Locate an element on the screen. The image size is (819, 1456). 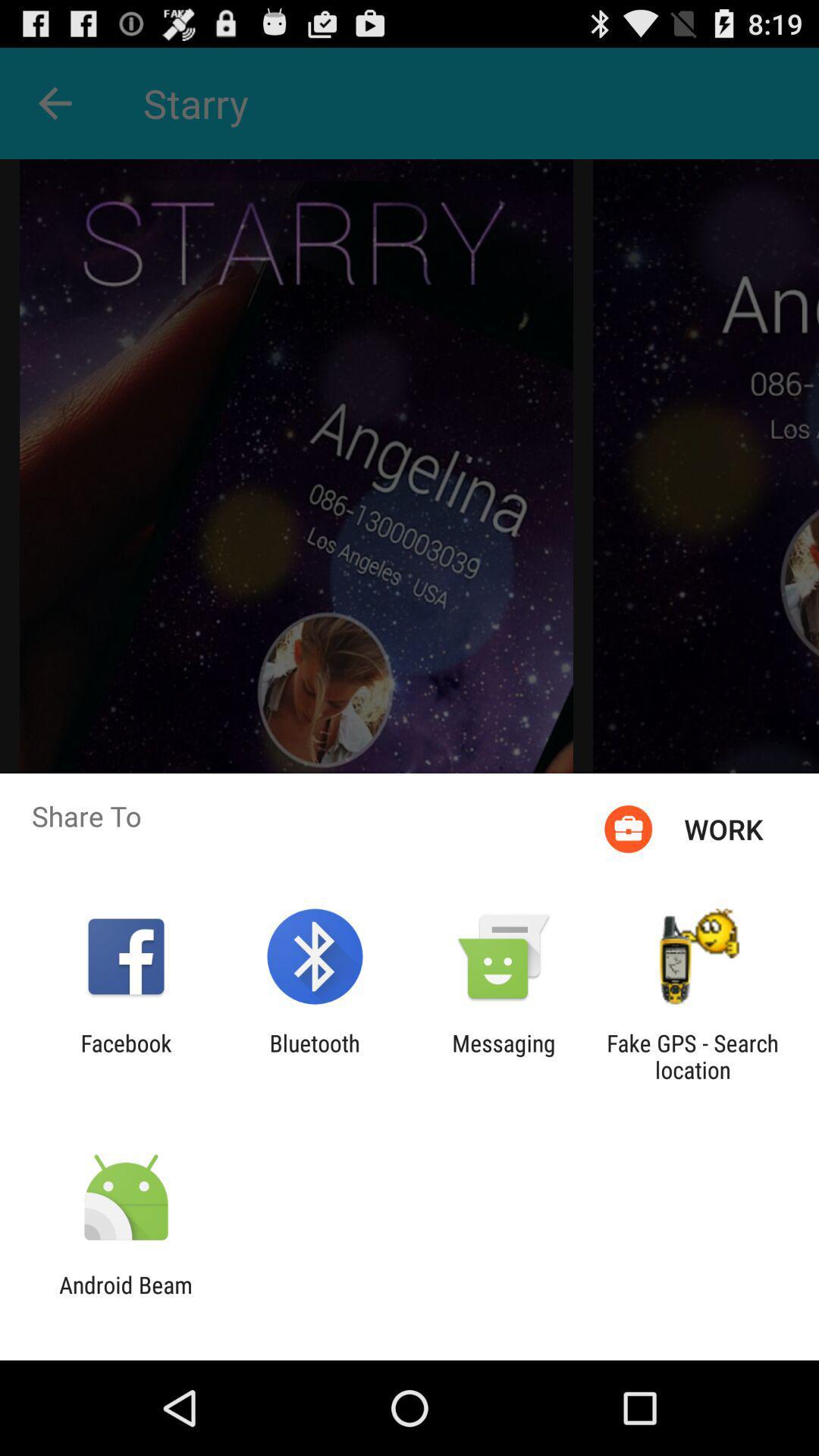
the item next to the bluetooth icon is located at coordinates (504, 1056).